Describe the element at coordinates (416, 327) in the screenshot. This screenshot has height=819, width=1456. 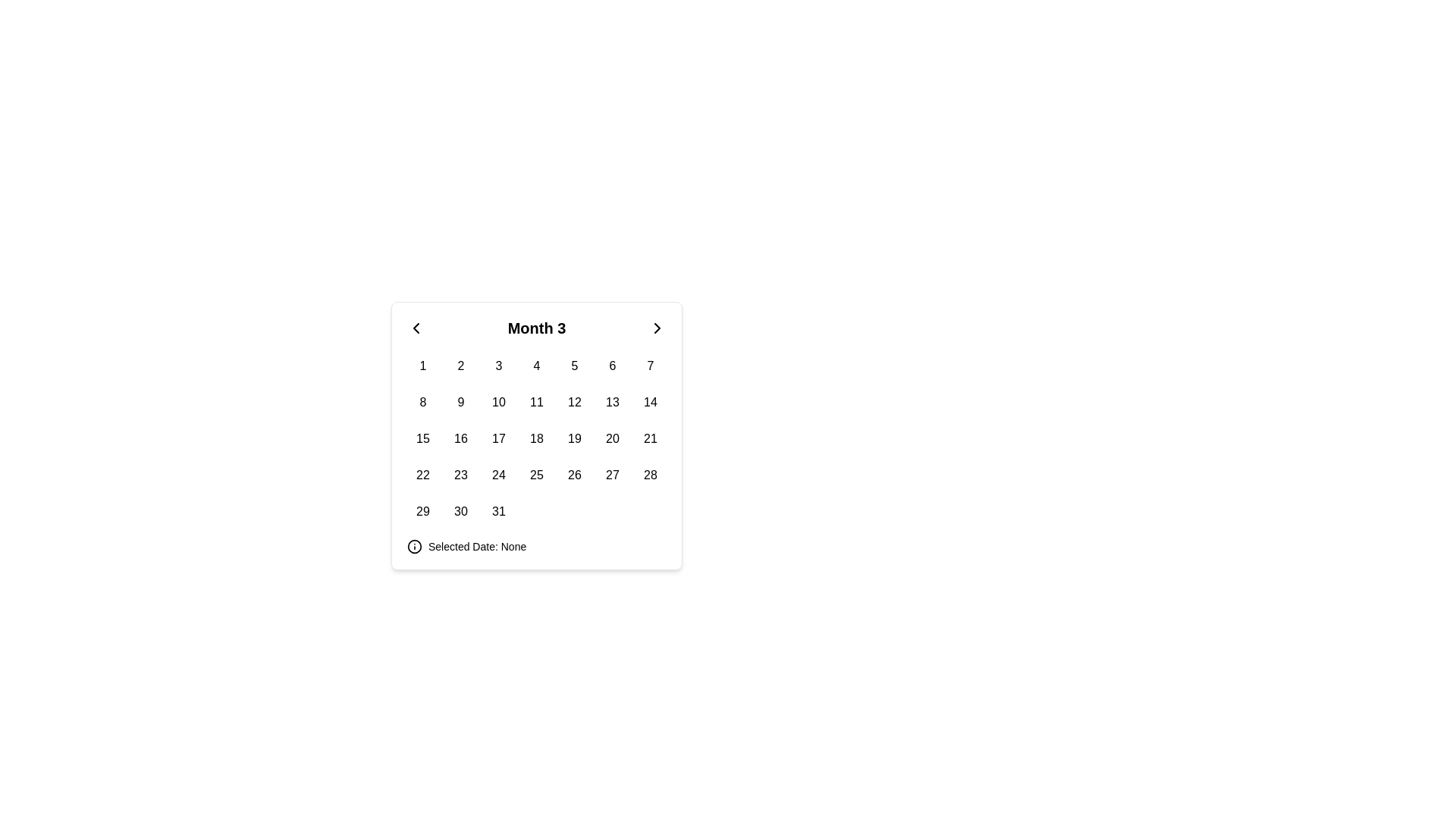
I see `the left-facing arrow button located at the top left of the calendar interface` at that location.